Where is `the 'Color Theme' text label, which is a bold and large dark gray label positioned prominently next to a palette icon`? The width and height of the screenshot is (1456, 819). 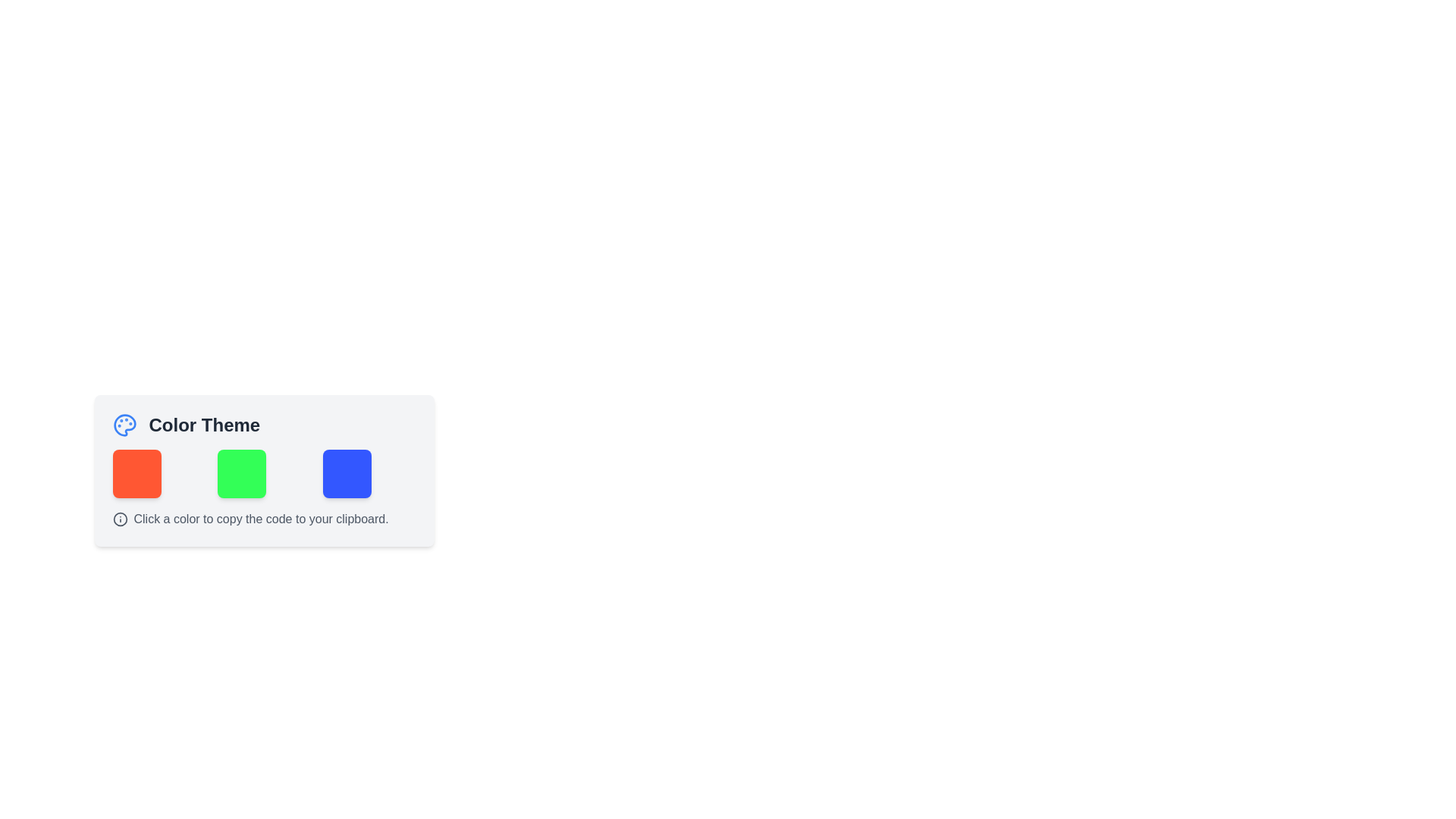 the 'Color Theme' text label, which is a bold and large dark gray label positioned prominently next to a palette icon is located at coordinates (203, 425).